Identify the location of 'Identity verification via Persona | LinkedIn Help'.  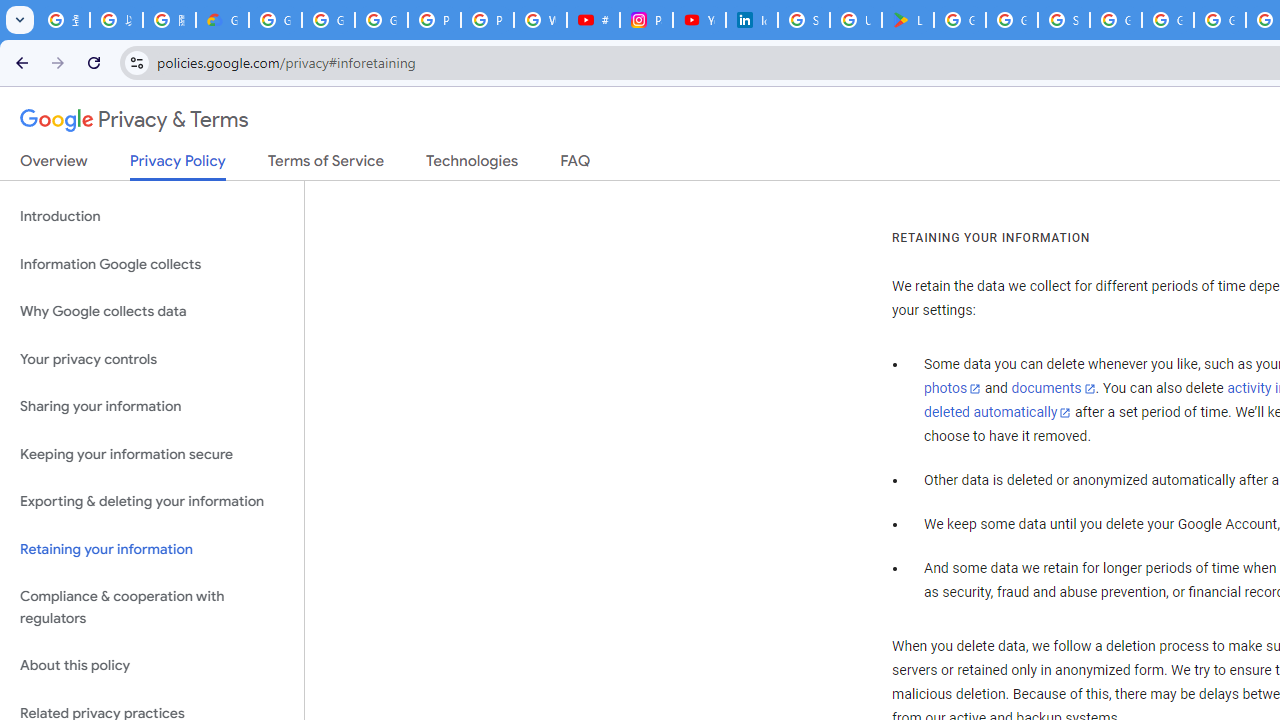
(751, 20).